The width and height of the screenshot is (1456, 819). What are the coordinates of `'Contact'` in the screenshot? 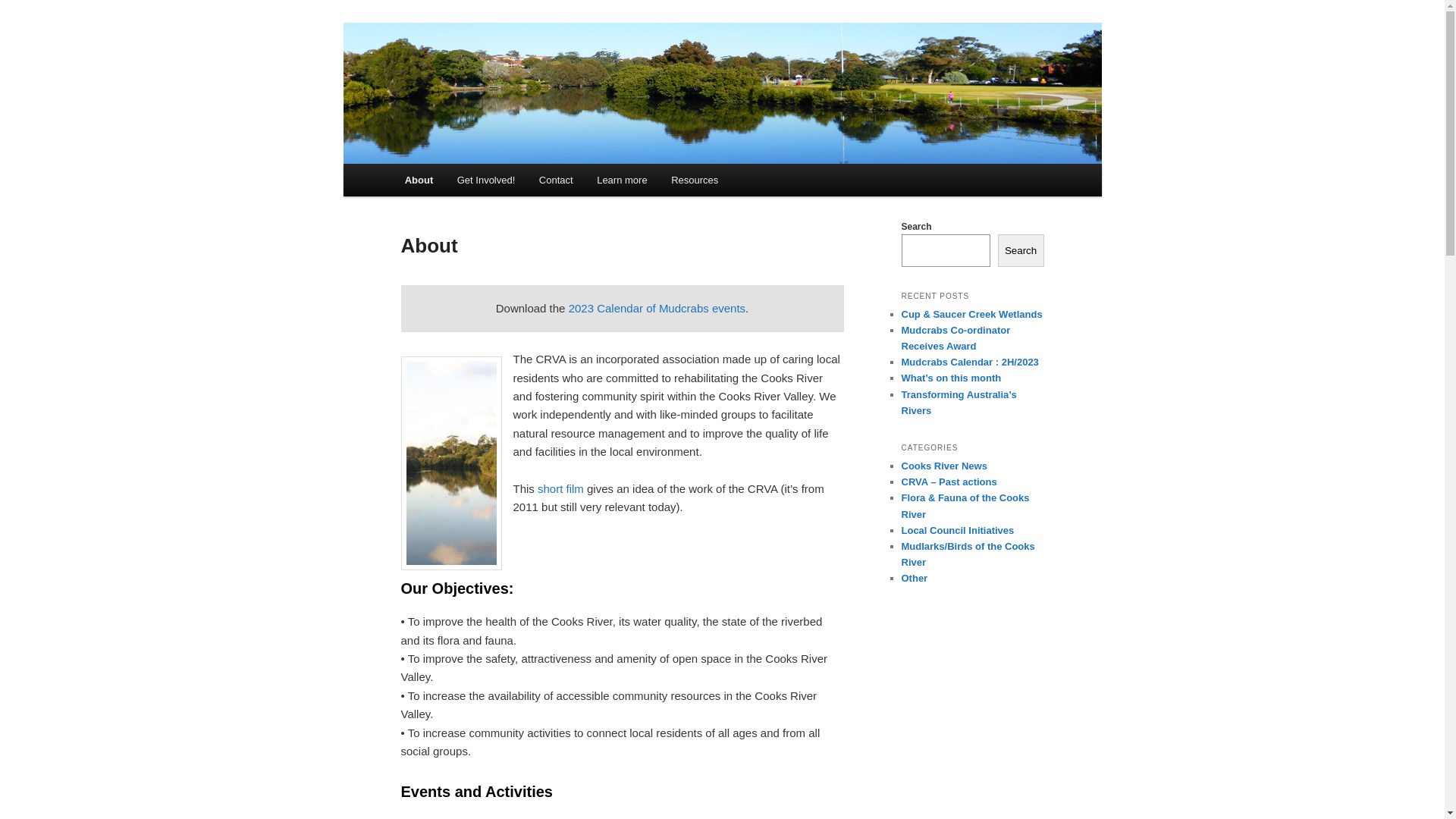 It's located at (555, 179).